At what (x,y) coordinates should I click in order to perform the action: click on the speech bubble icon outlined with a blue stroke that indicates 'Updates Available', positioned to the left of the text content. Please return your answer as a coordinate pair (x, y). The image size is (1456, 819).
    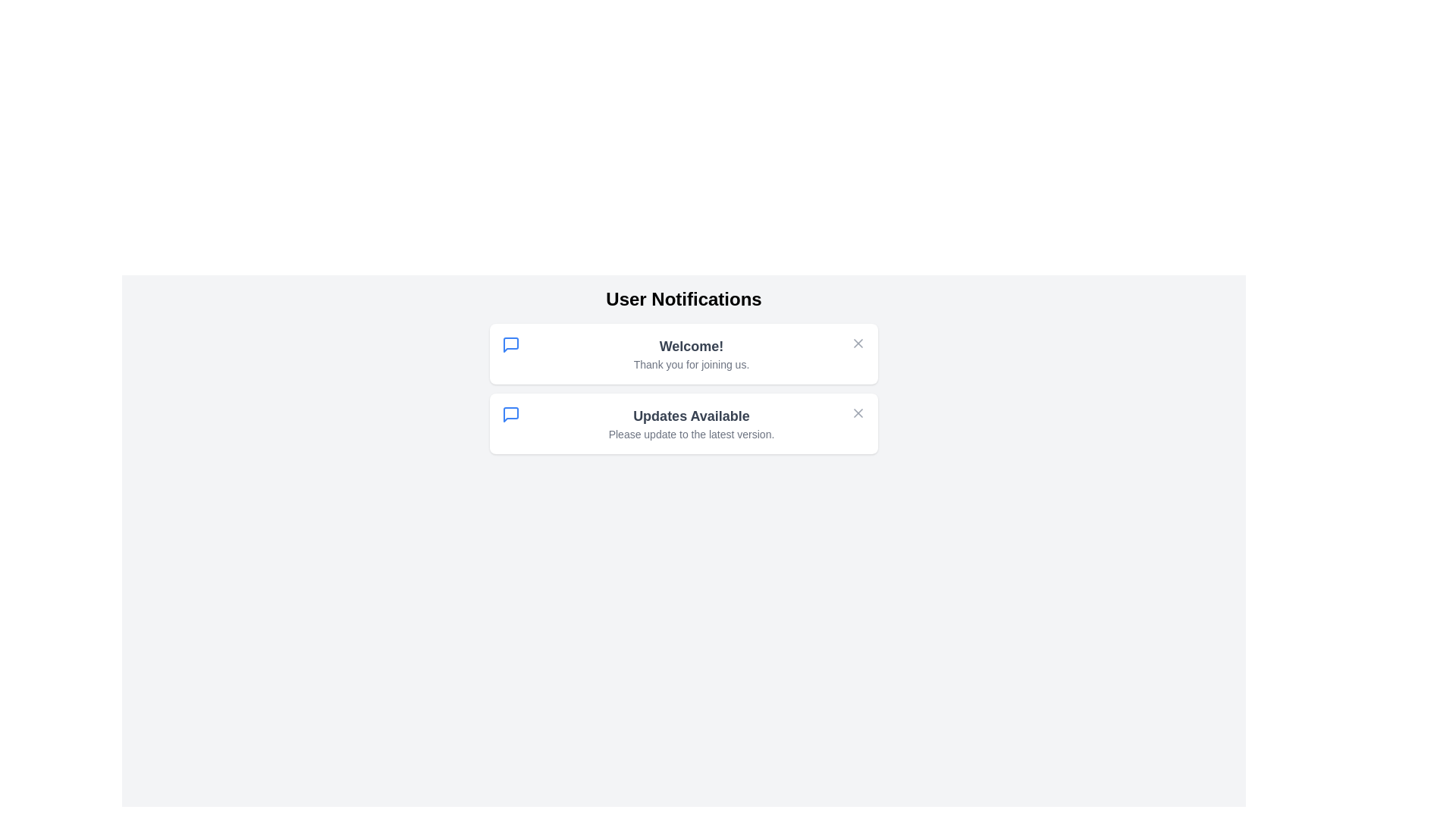
    Looking at the image, I should click on (510, 415).